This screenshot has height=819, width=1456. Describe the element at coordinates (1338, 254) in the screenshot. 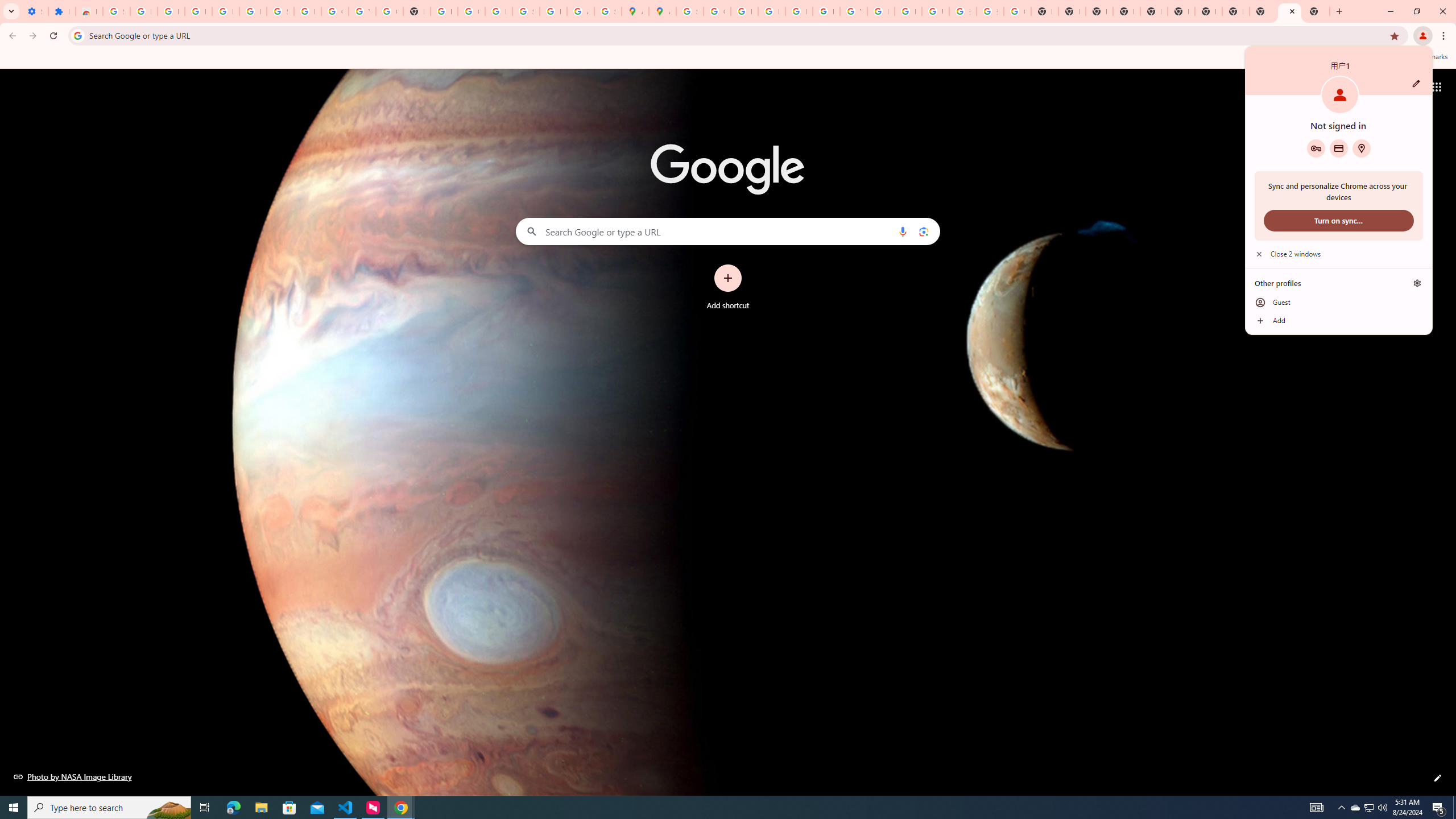

I see `'Close 2 windows'` at that location.